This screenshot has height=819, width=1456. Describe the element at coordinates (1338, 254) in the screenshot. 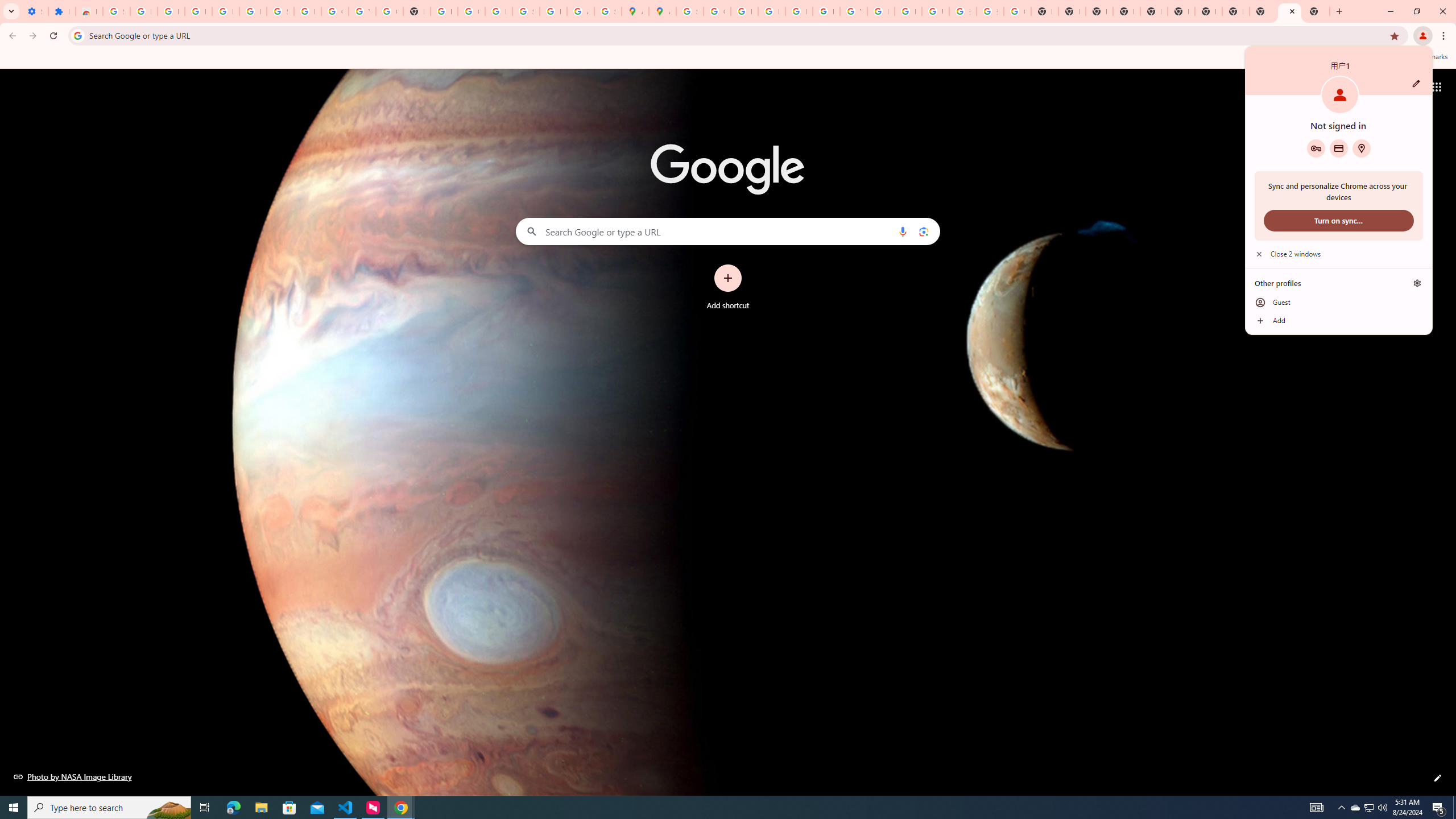

I see `'Close 2 windows'` at that location.